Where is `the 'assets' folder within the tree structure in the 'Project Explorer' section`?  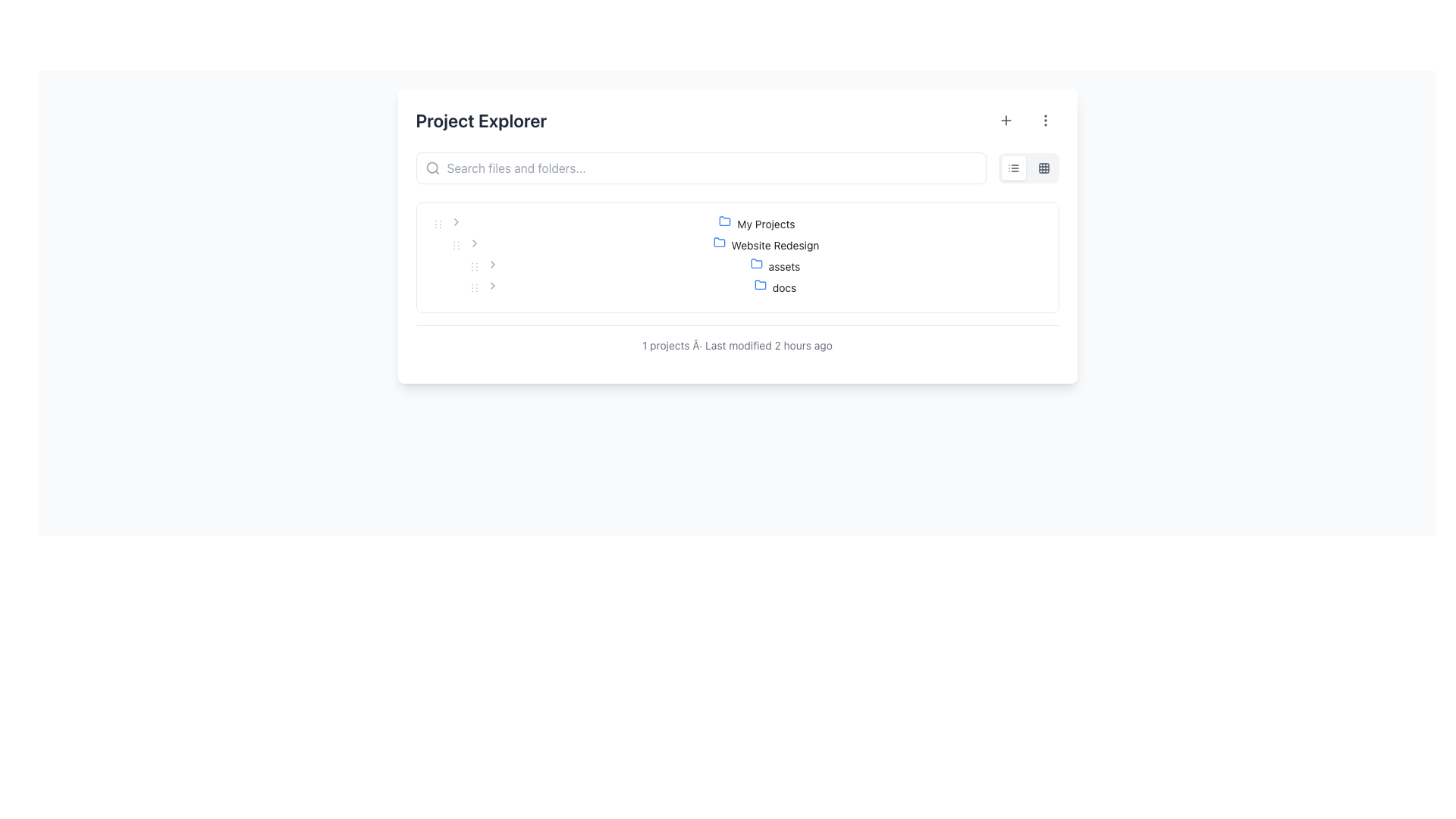 the 'assets' folder within the tree structure in the 'Project Explorer' section is located at coordinates (737, 256).